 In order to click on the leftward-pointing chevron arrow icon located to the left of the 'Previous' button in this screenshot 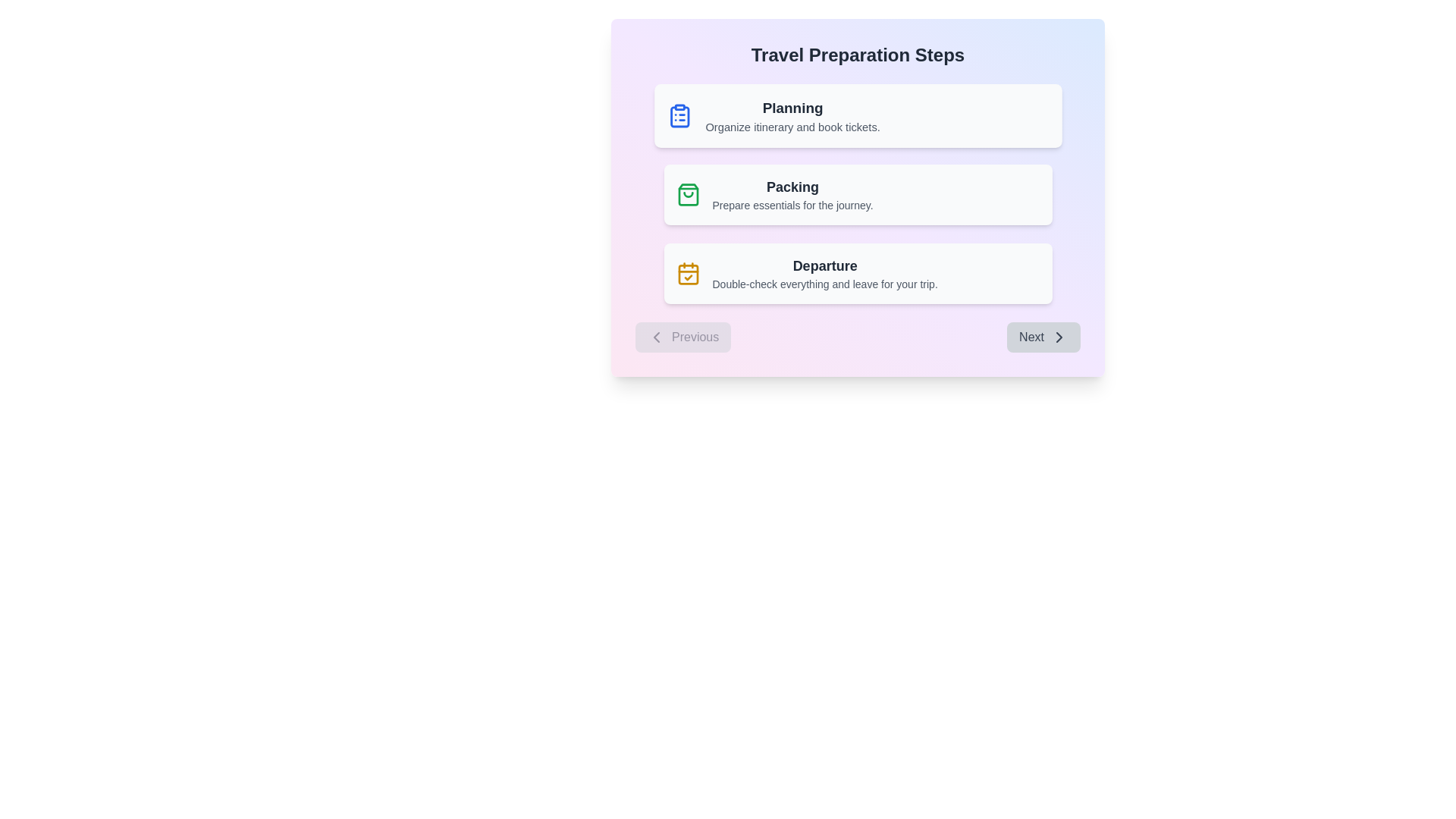, I will do `click(656, 336)`.